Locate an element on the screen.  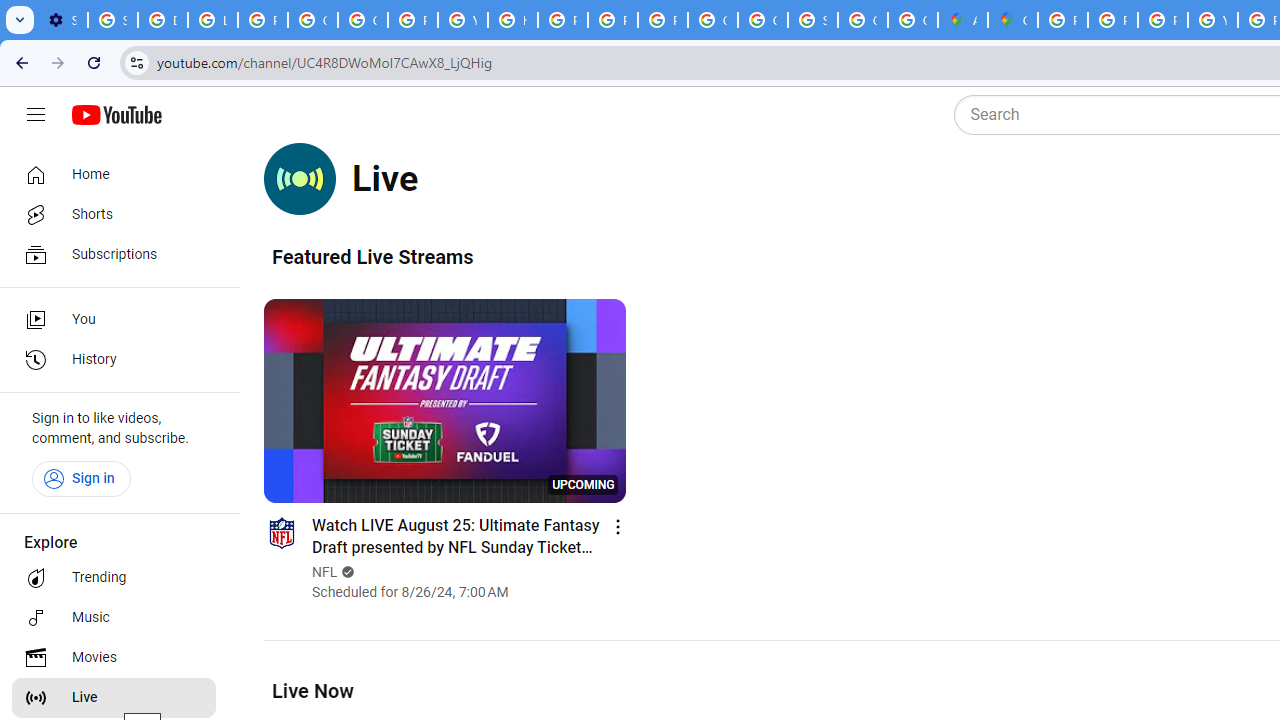
'Guide' is located at coordinates (35, 115).